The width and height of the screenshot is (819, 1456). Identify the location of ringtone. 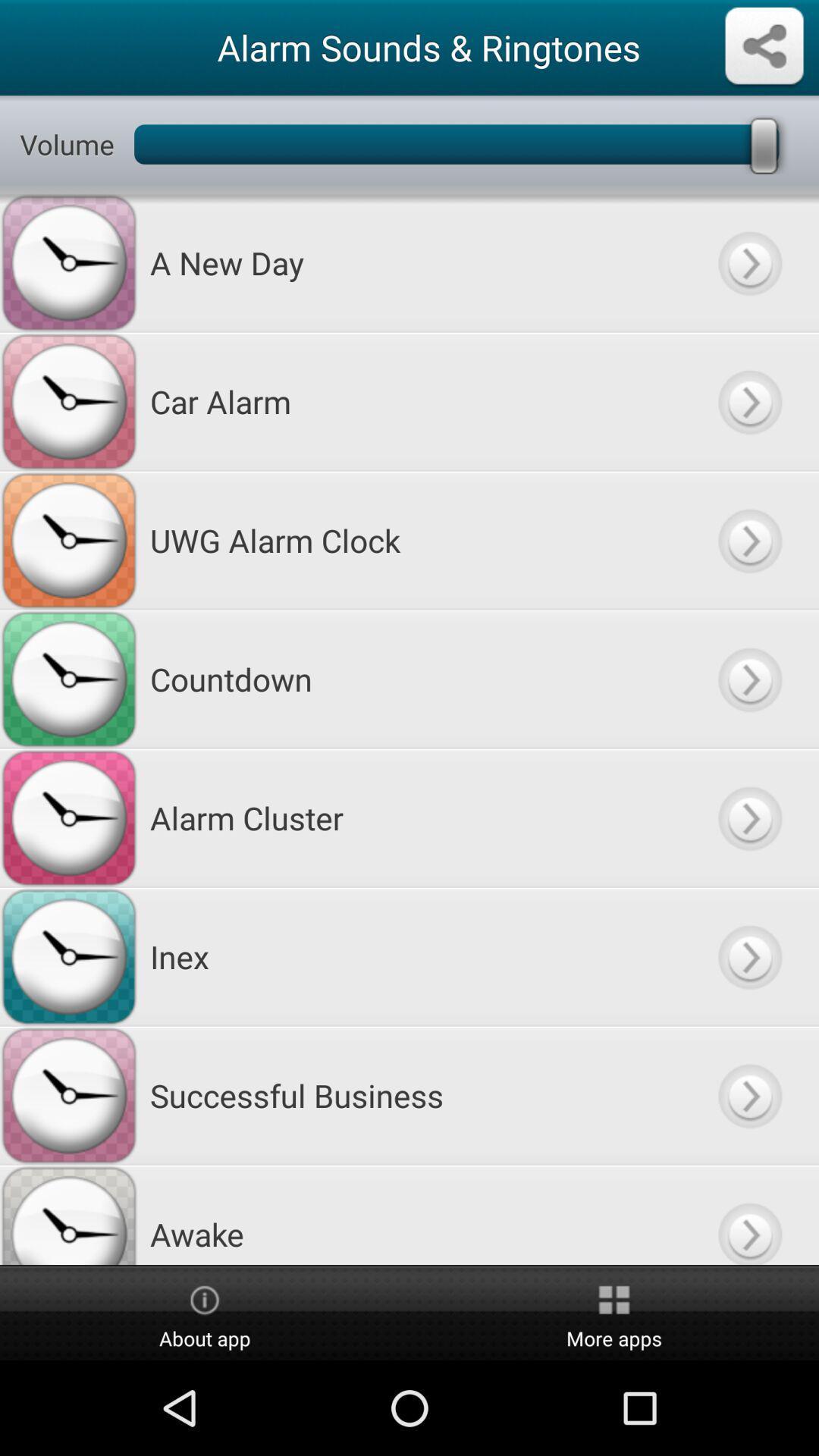
(748, 955).